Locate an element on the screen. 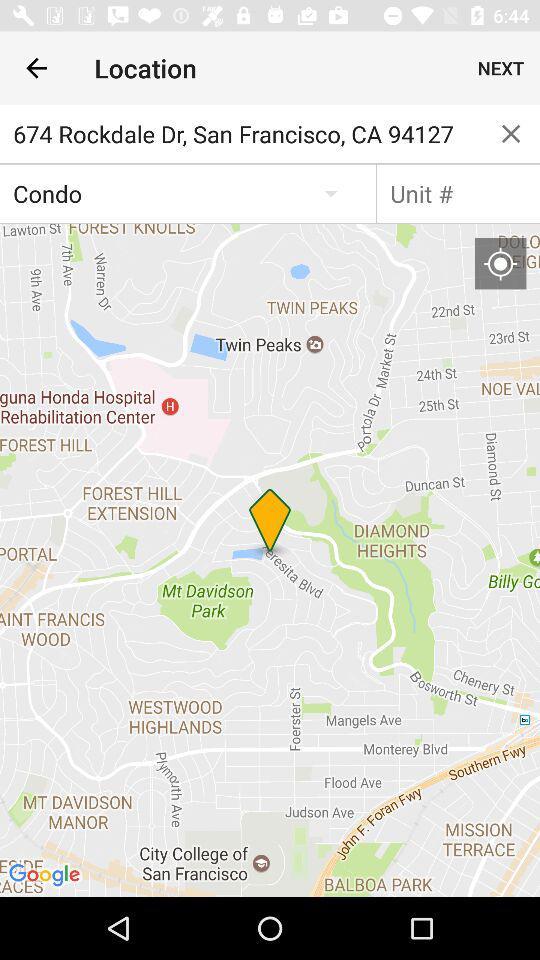 The height and width of the screenshot is (960, 540). icon next to the location is located at coordinates (36, 68).